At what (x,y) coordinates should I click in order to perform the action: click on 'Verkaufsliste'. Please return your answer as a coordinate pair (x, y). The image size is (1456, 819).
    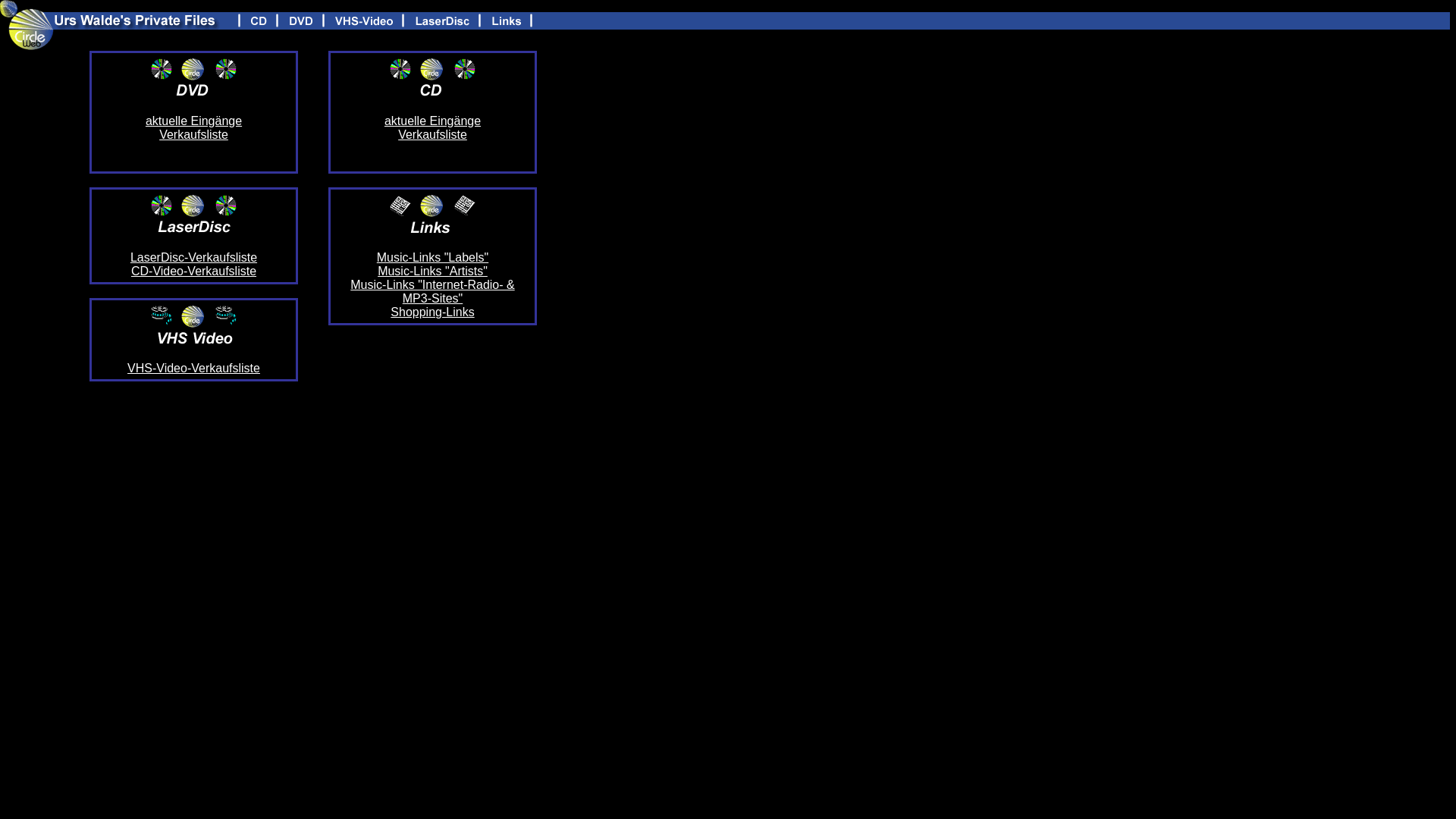
    Looking at the image, I should click on (431, 133).